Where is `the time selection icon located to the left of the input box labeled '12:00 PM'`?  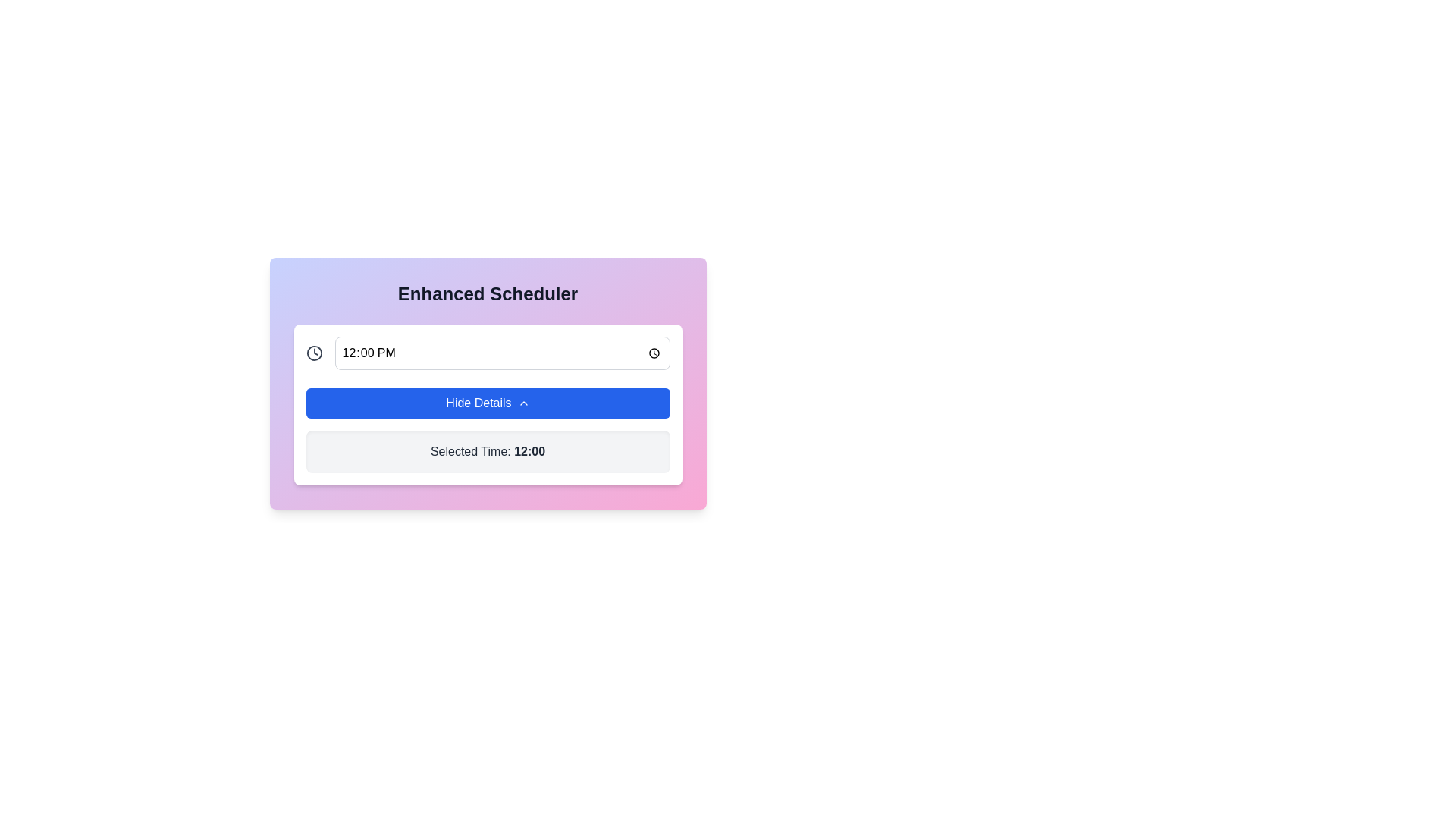
the time selection icon located to the left of the input box labeled '12:00 PM' is located at coordinates (313, 353).